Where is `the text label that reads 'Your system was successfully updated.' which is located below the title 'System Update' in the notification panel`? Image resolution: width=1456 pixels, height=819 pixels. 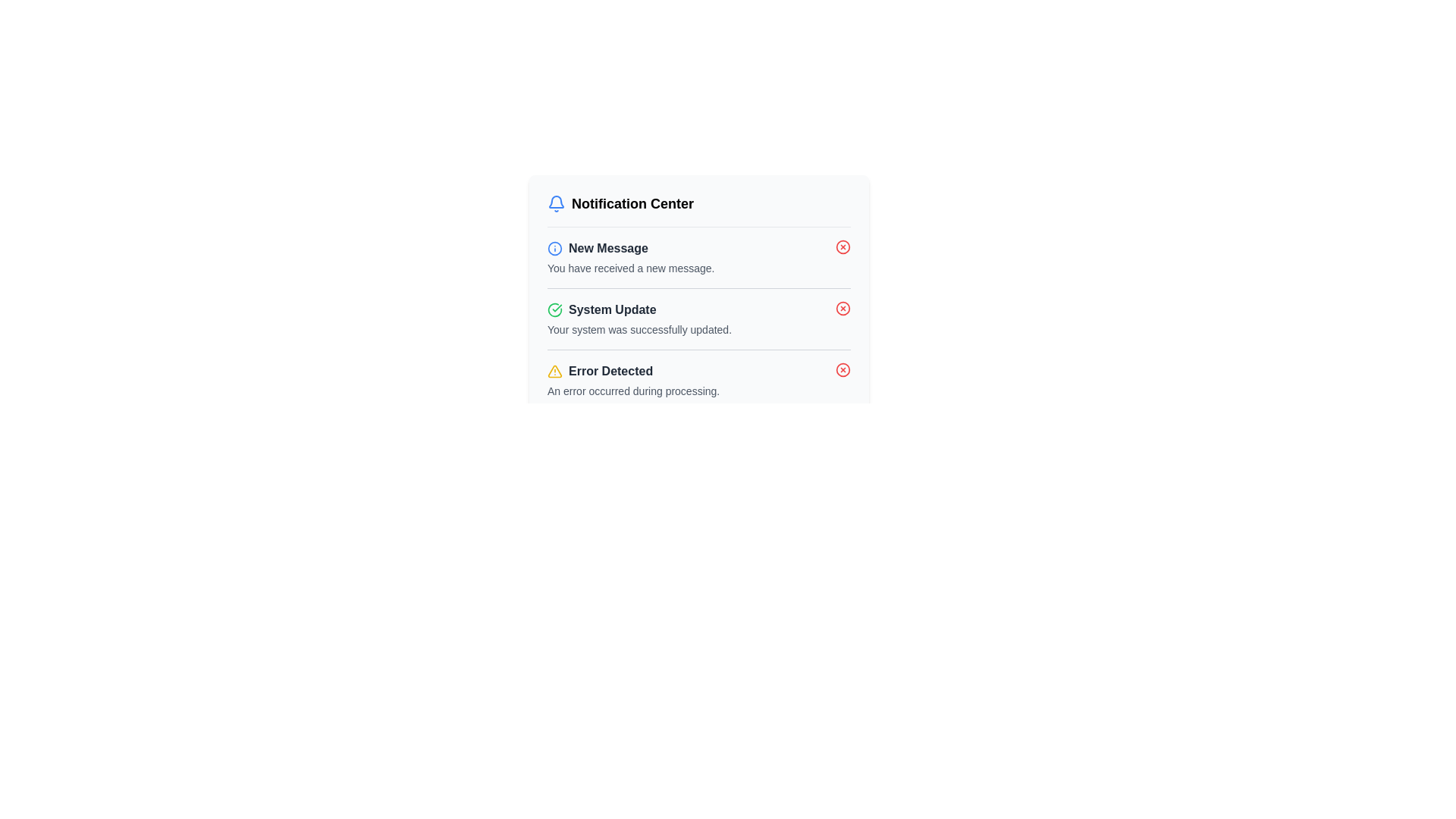
the text label that reads 'Your system was successfully updated.' which is located below the title 'System Update' in the notification panel is located at coordinates (639, 329).